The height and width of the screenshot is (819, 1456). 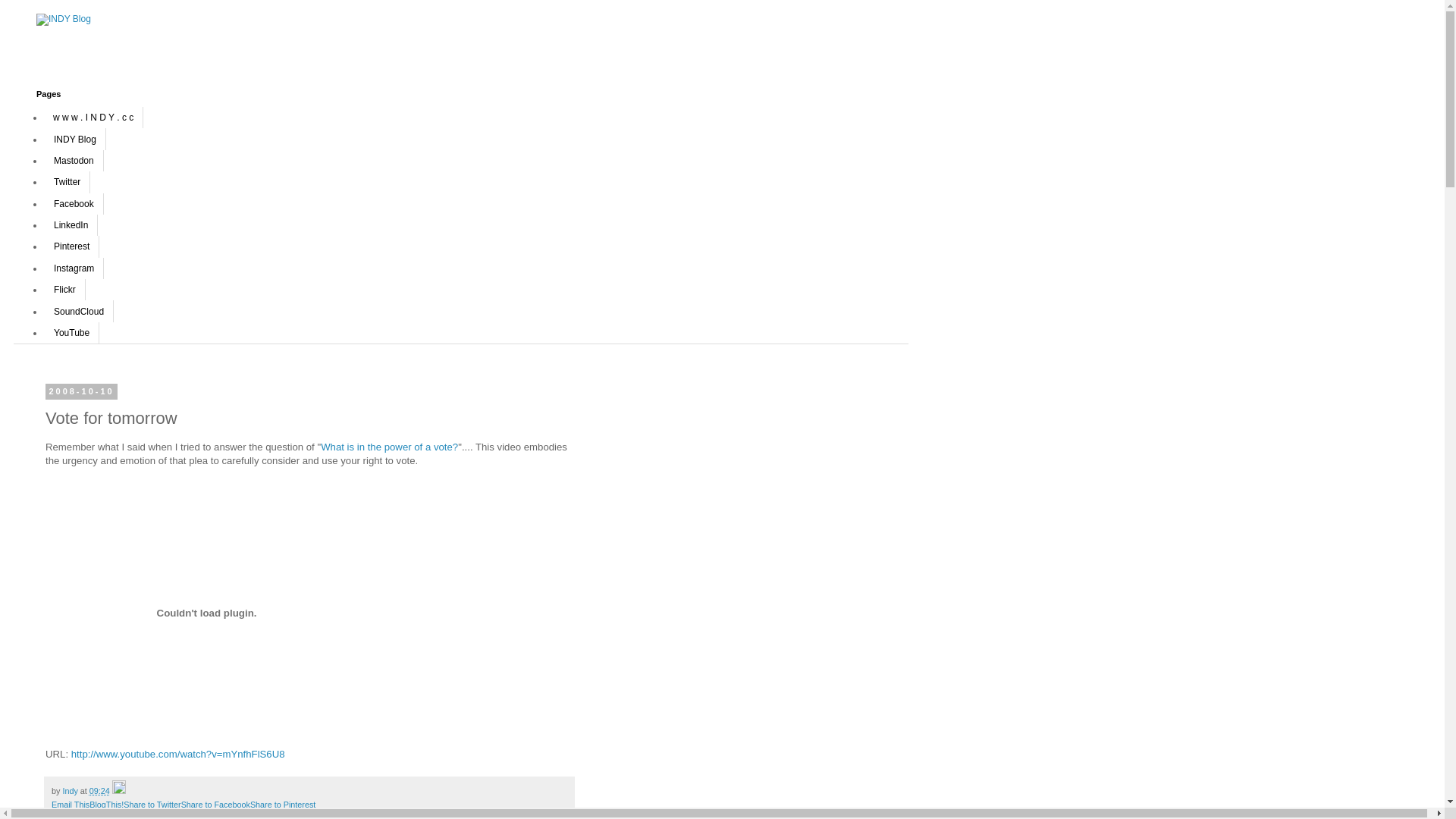 What do you see at coordinates (73, 161) in the screenshot?
I see `'Mastodon'` at bounding box center [73, 161].